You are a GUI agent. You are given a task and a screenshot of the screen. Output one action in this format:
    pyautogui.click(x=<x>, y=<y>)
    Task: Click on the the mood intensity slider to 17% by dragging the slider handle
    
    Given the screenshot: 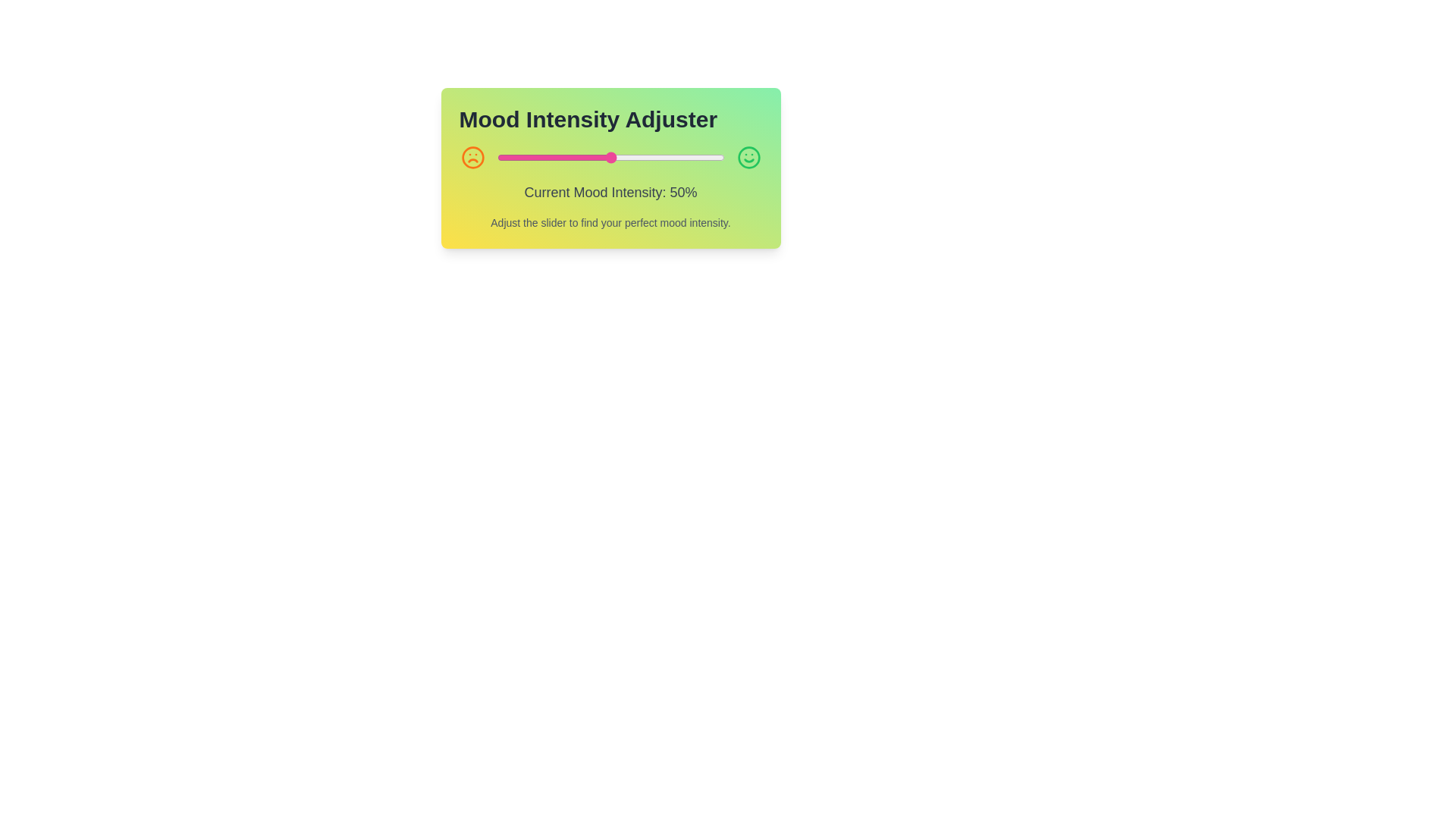 What is the action you would take?
    pyautogui.click(x=535, y=158)
    